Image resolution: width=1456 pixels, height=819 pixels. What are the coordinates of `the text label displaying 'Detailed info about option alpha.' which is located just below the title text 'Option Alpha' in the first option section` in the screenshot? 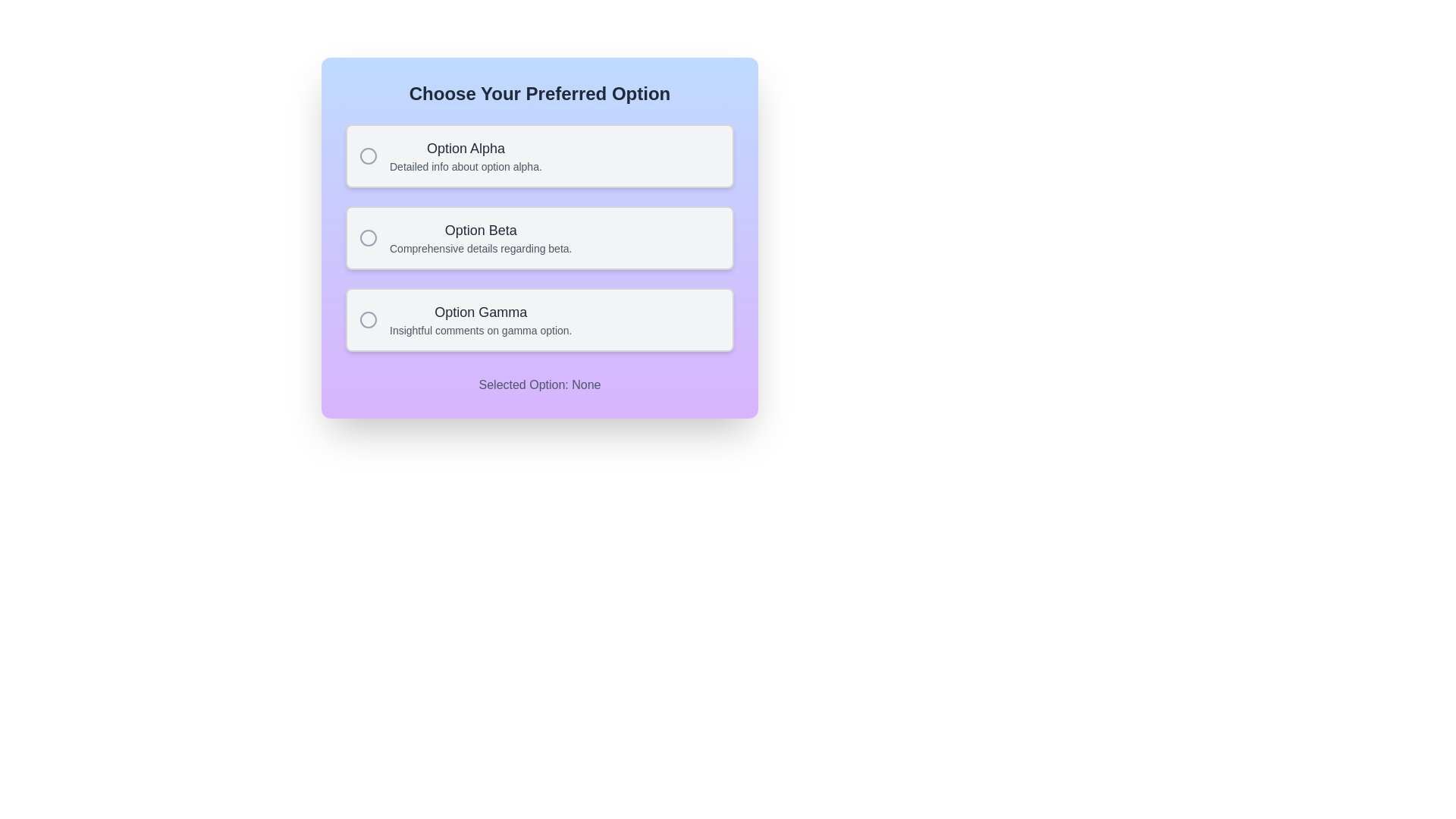 It's located at (465, 166).